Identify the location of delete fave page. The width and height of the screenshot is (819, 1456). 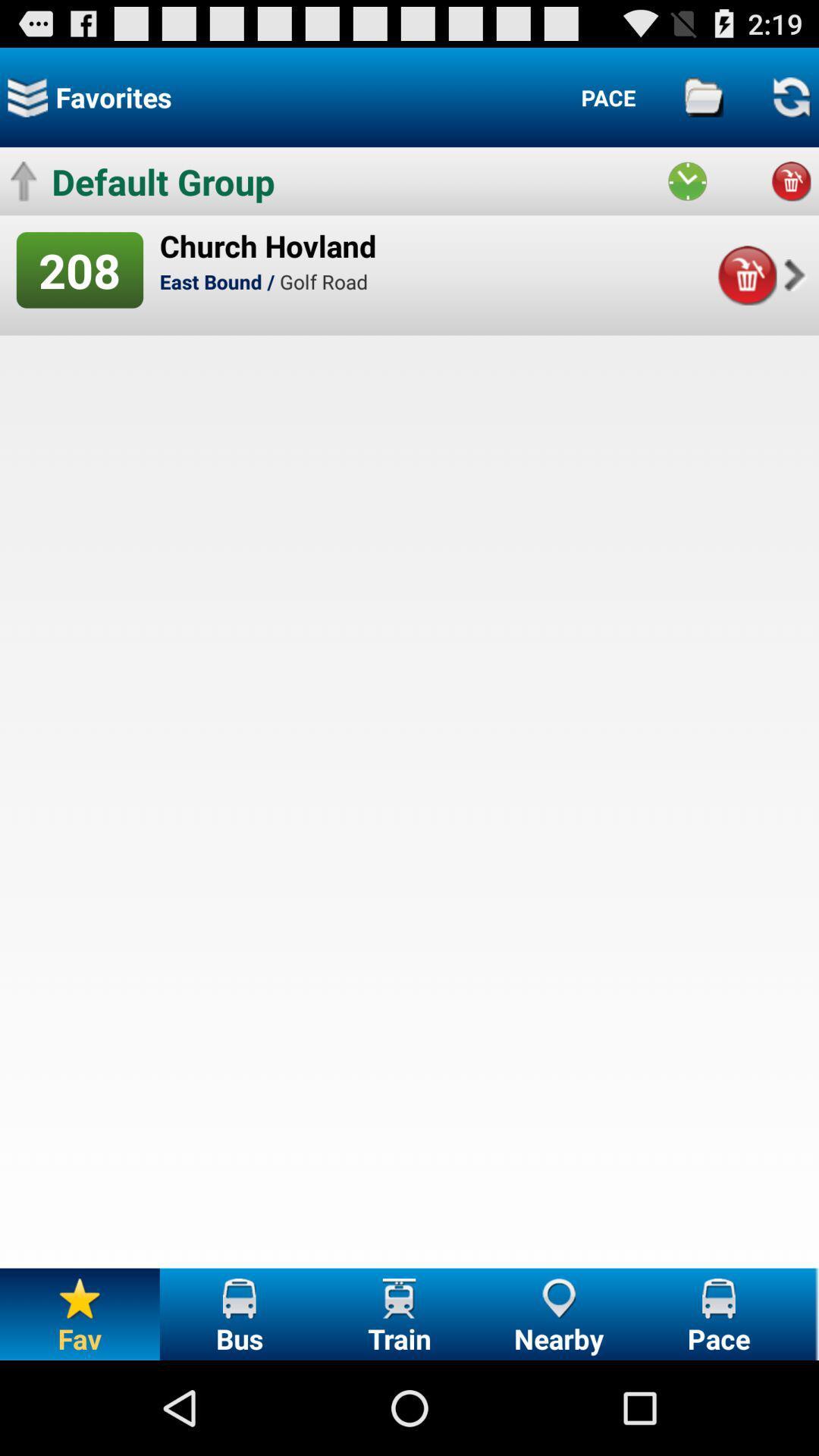
(746, 275).